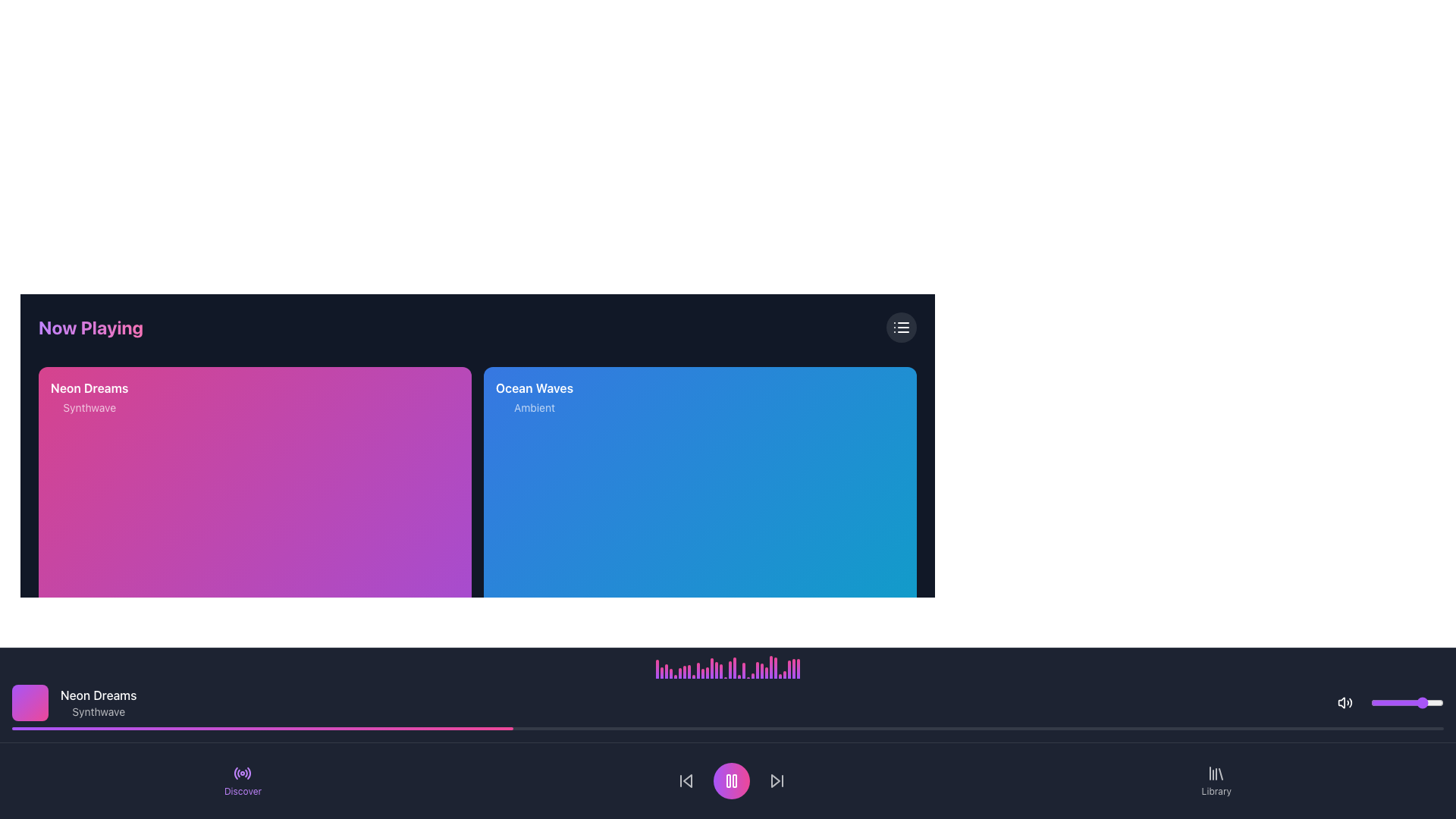  I want to click on the interactive favorite button with an icon located at the top-right of the 'Neon Dreams' card, so click(445, 397).